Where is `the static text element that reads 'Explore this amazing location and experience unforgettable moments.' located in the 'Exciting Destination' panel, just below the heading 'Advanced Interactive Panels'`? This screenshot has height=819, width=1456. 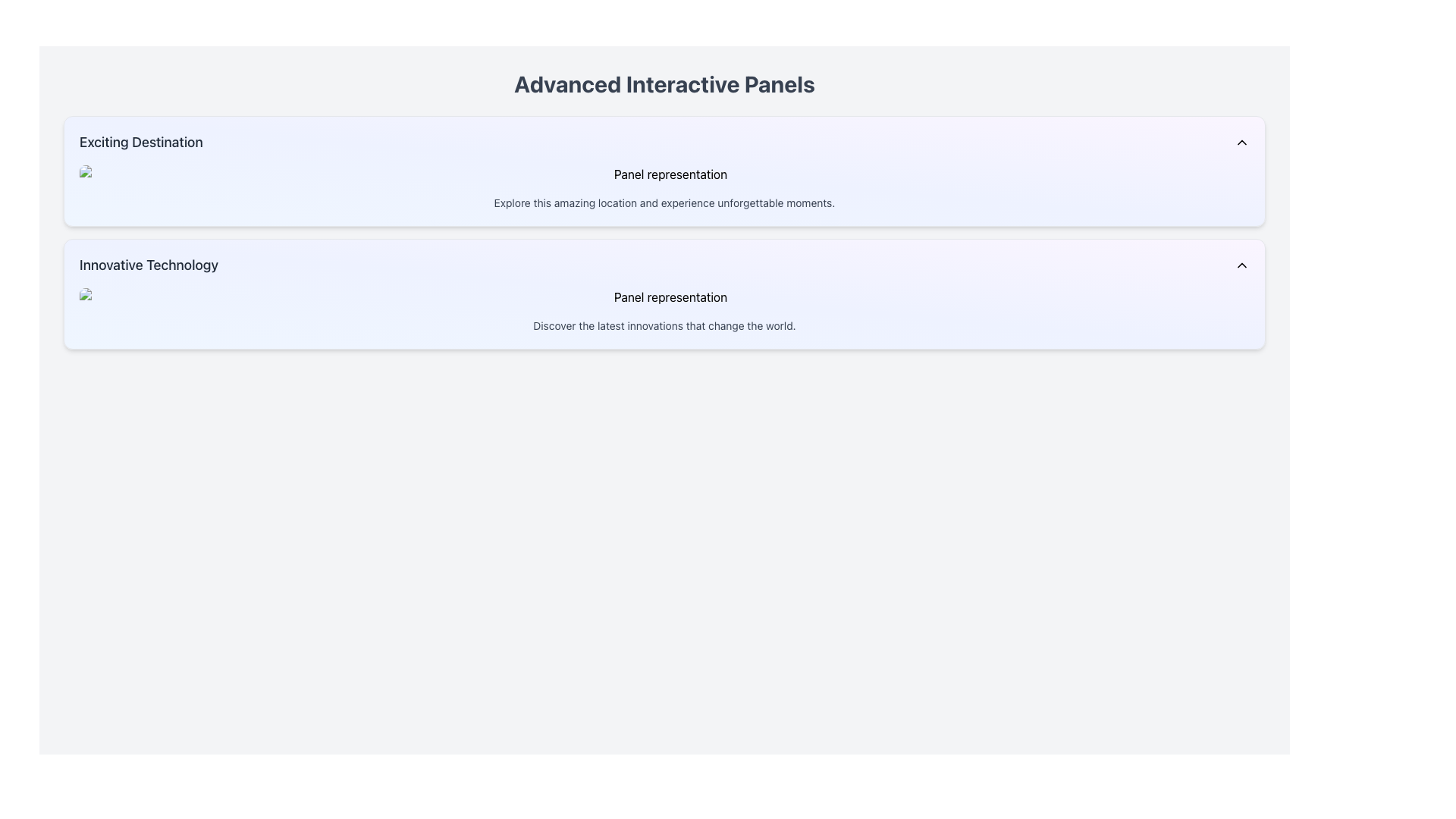 the static text element that reads 'Explore this amazing location and experience unforgettable moments.' located in the 'Exciting Destination' panel, just below the heading 'Advanced Interactive Panels' is located at coordinates (664, 202).